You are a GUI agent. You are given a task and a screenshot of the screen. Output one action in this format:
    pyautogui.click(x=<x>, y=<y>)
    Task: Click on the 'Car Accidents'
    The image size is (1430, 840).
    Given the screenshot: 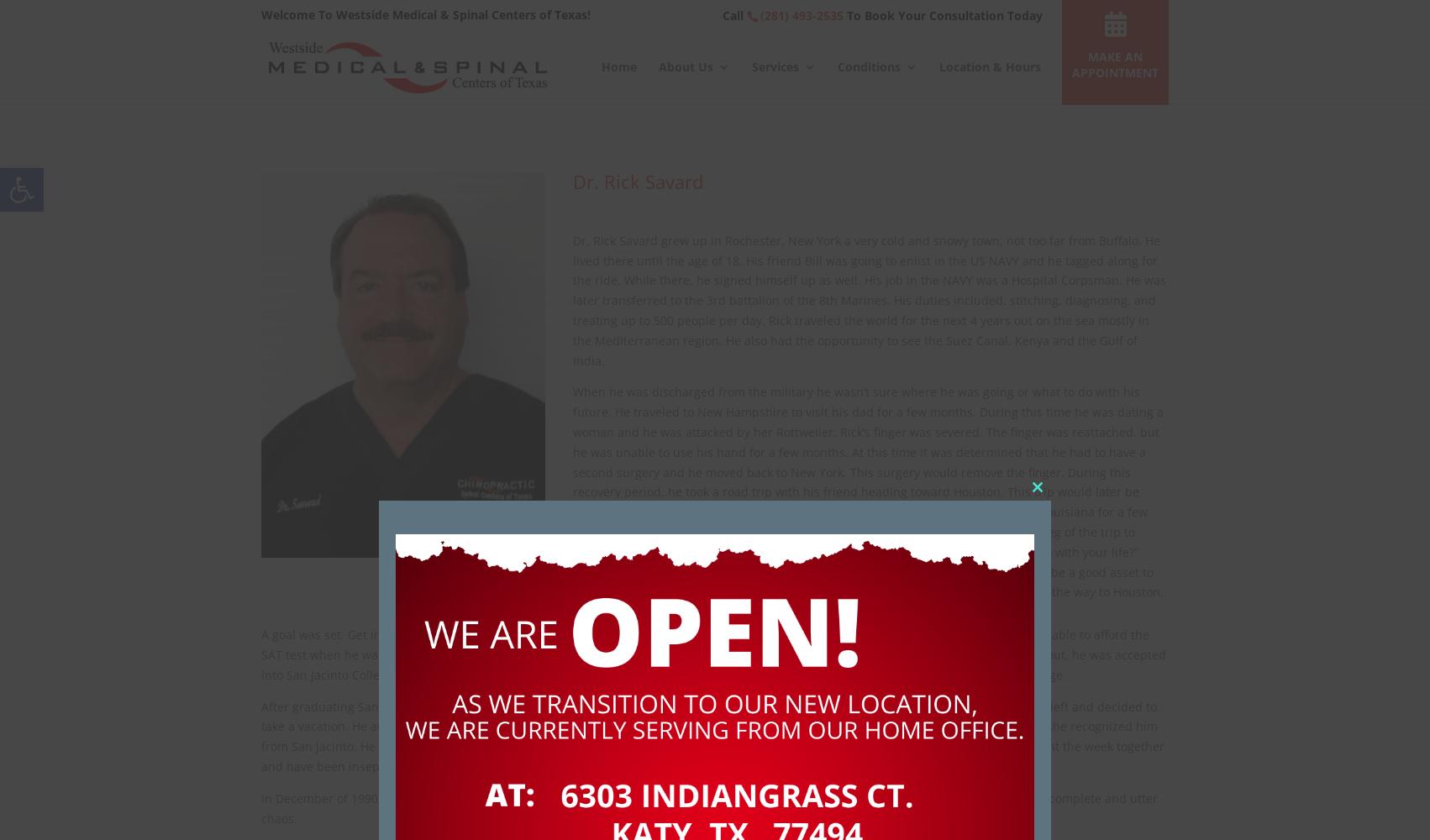 What is the action you would take?
    pyautogui.click(x=334, y=143)
    